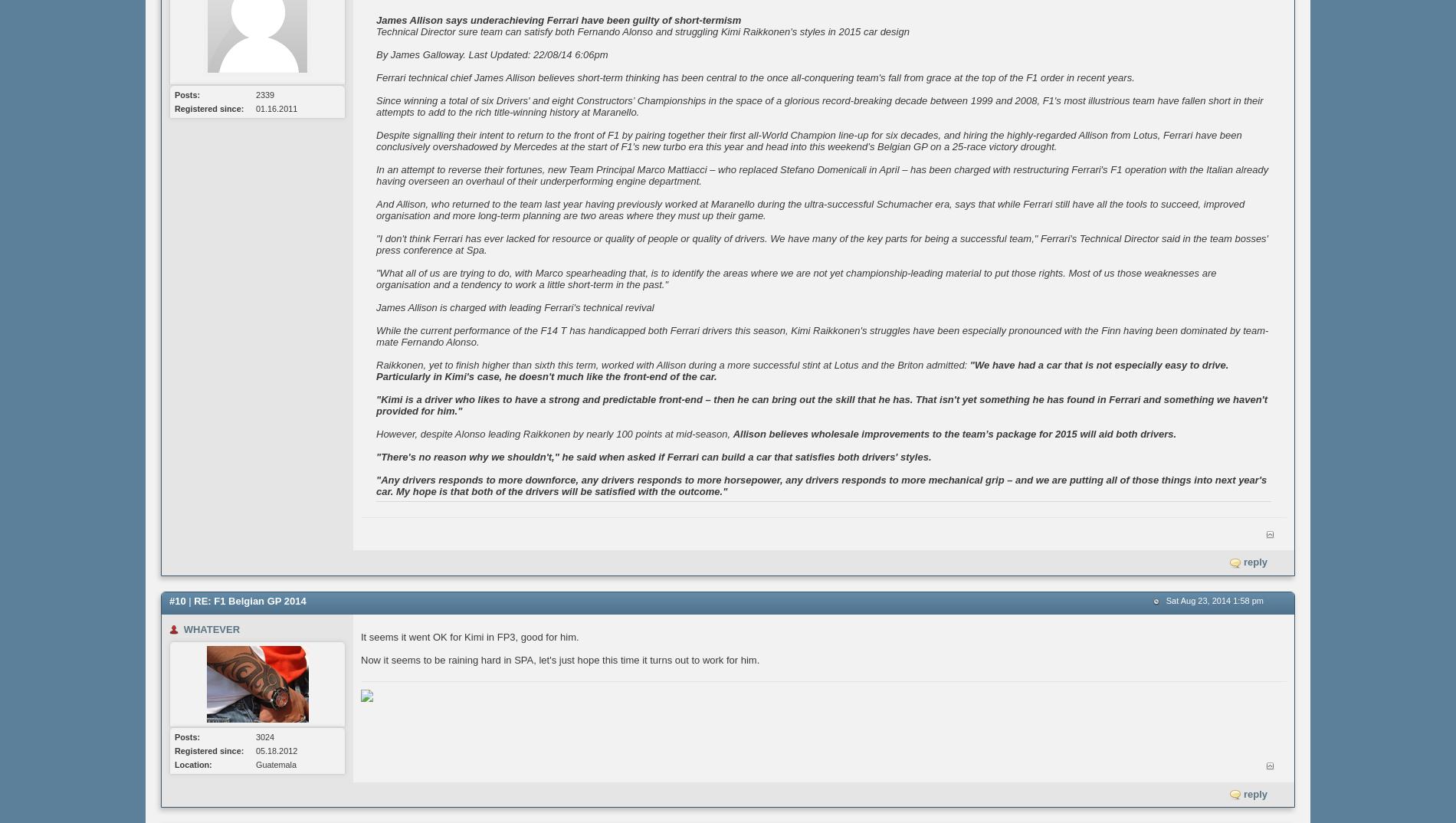 The width and height of the screenshot is (1456, 823). Describe the element at coordinates (276, 749) in the screenshot. I see `'05.18.2012'` at that location.